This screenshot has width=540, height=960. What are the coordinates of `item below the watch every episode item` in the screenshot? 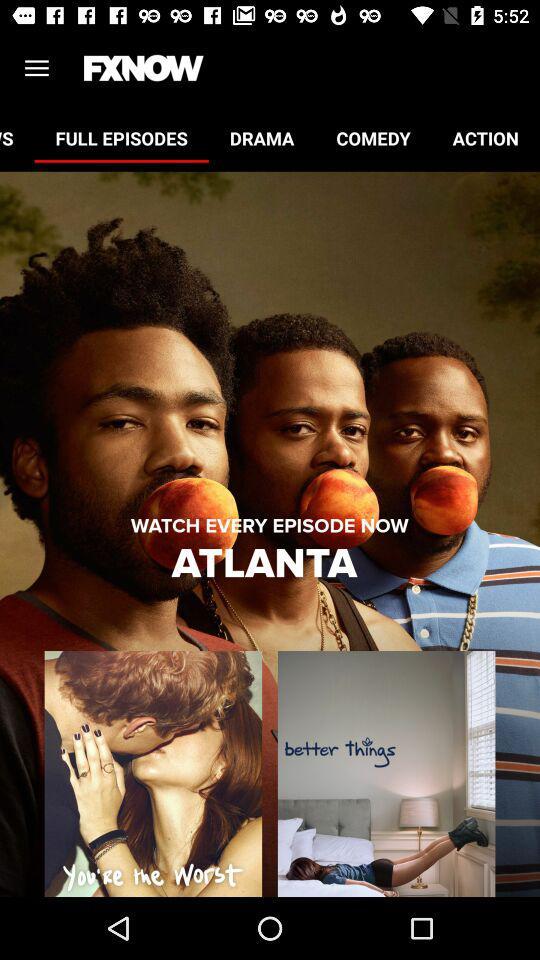 It's located at (269, 564).